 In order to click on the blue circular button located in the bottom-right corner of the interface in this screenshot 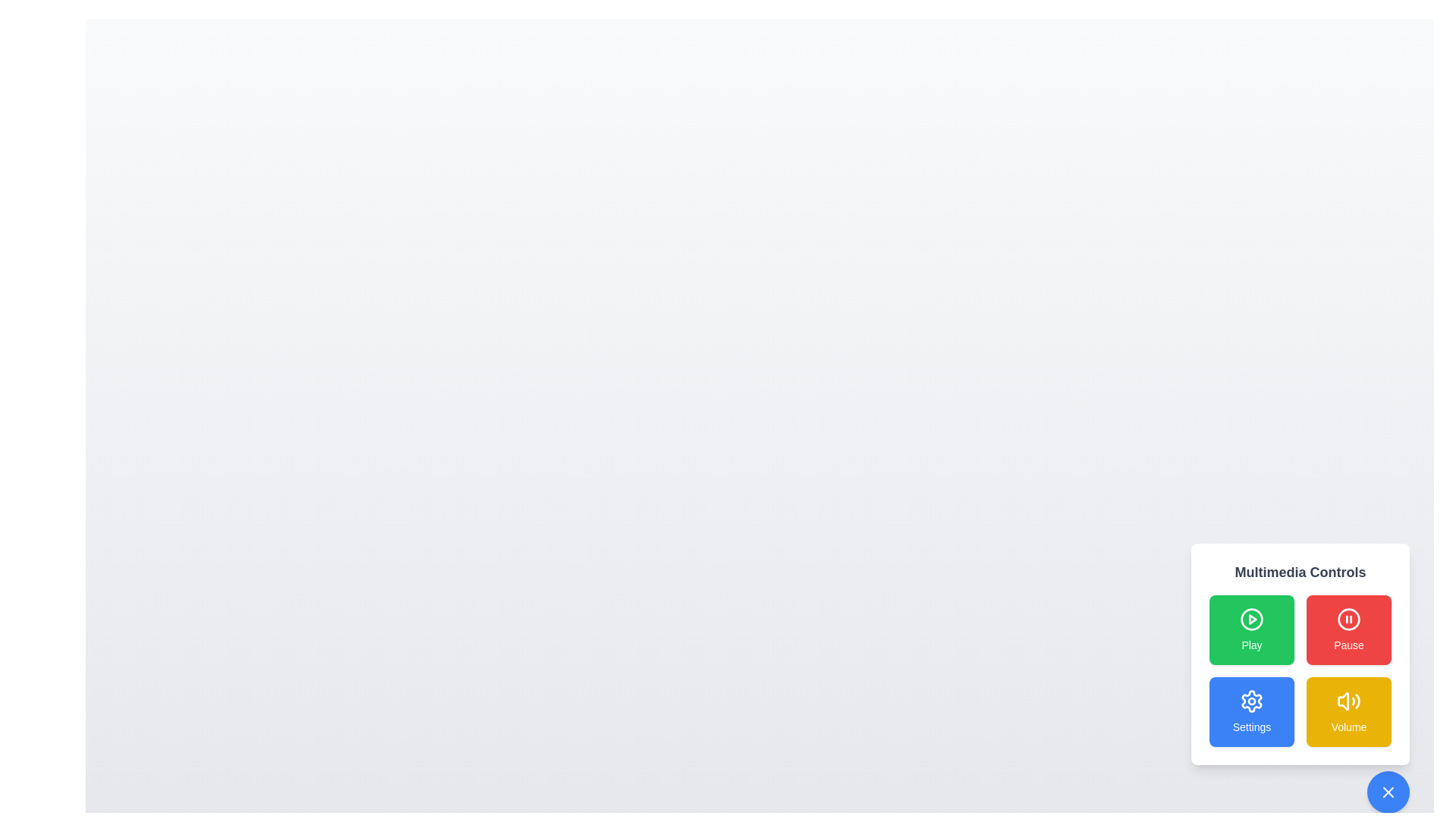, I will do `click(1388, 792)`.